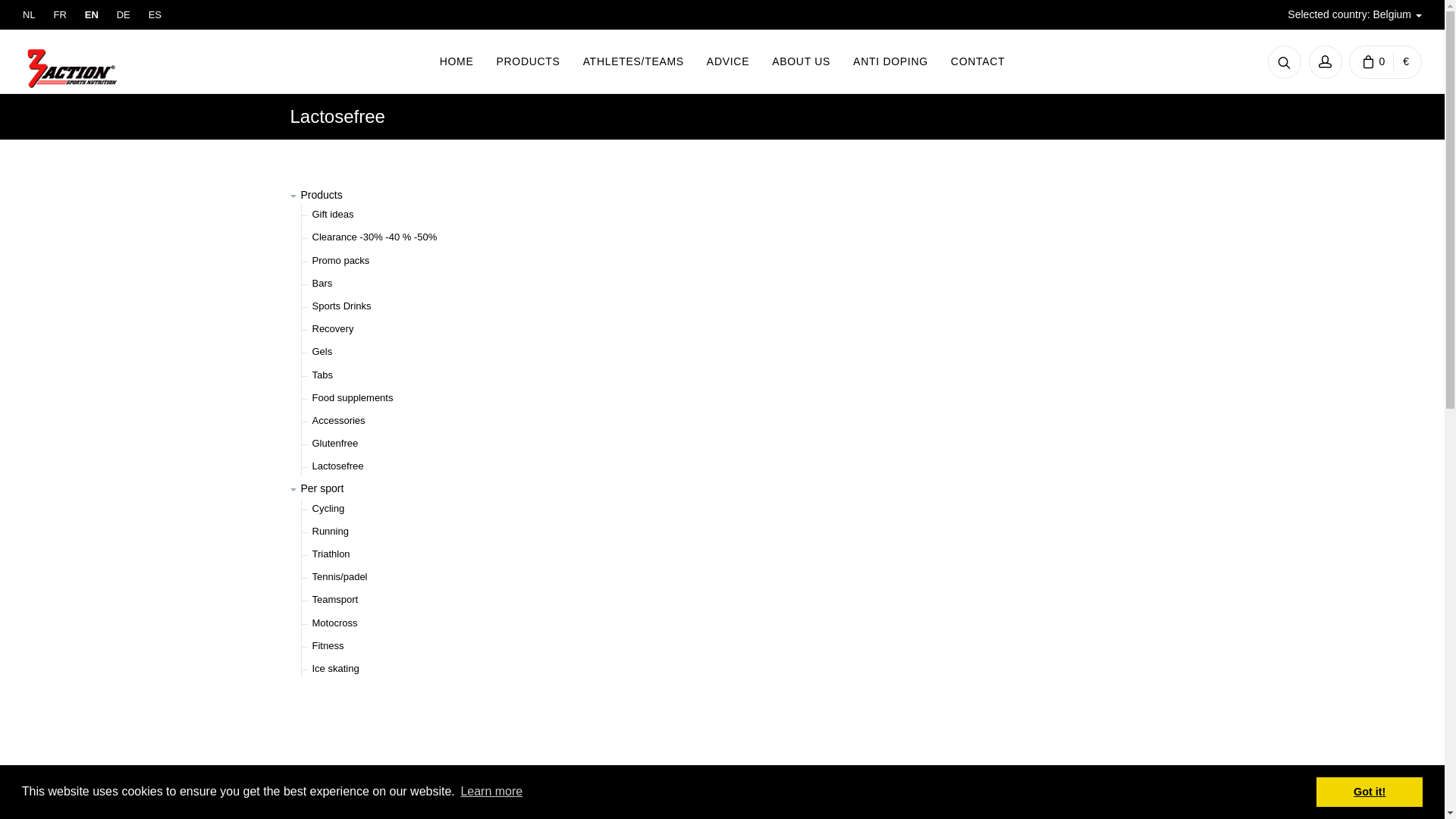  What do you see at coordinates (334, 443) in the screenshot?
I see `'Glutenfree'` at bounding box center [334, 443].